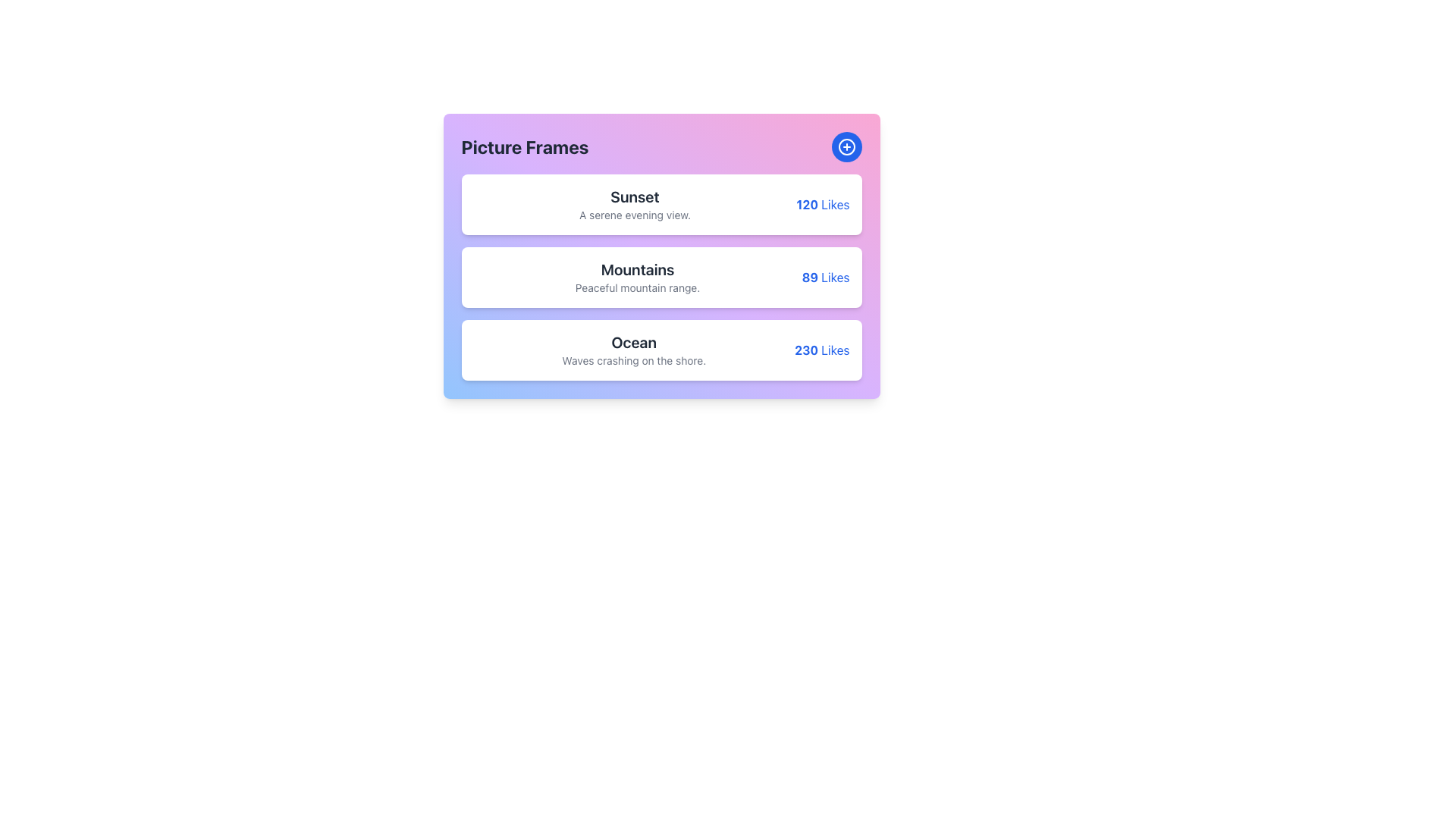  I want to click on content displayed in the Informational Text Block about the peaceful mountain range, which is the second item in a vertically arranged list within a card-like component, located below the 'Sunset' entry and above the 'Ocean' entry, so click(638, 278).